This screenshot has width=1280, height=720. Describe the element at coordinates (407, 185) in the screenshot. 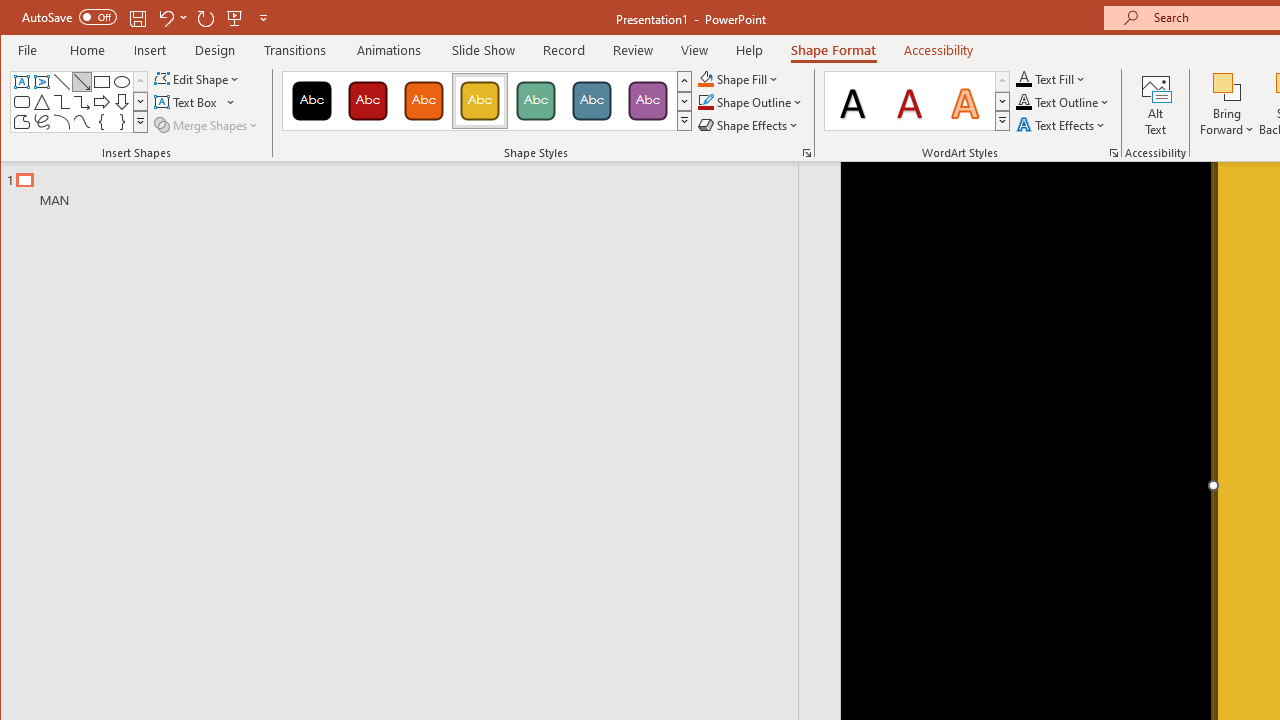

I see `'Outline'` at that location.